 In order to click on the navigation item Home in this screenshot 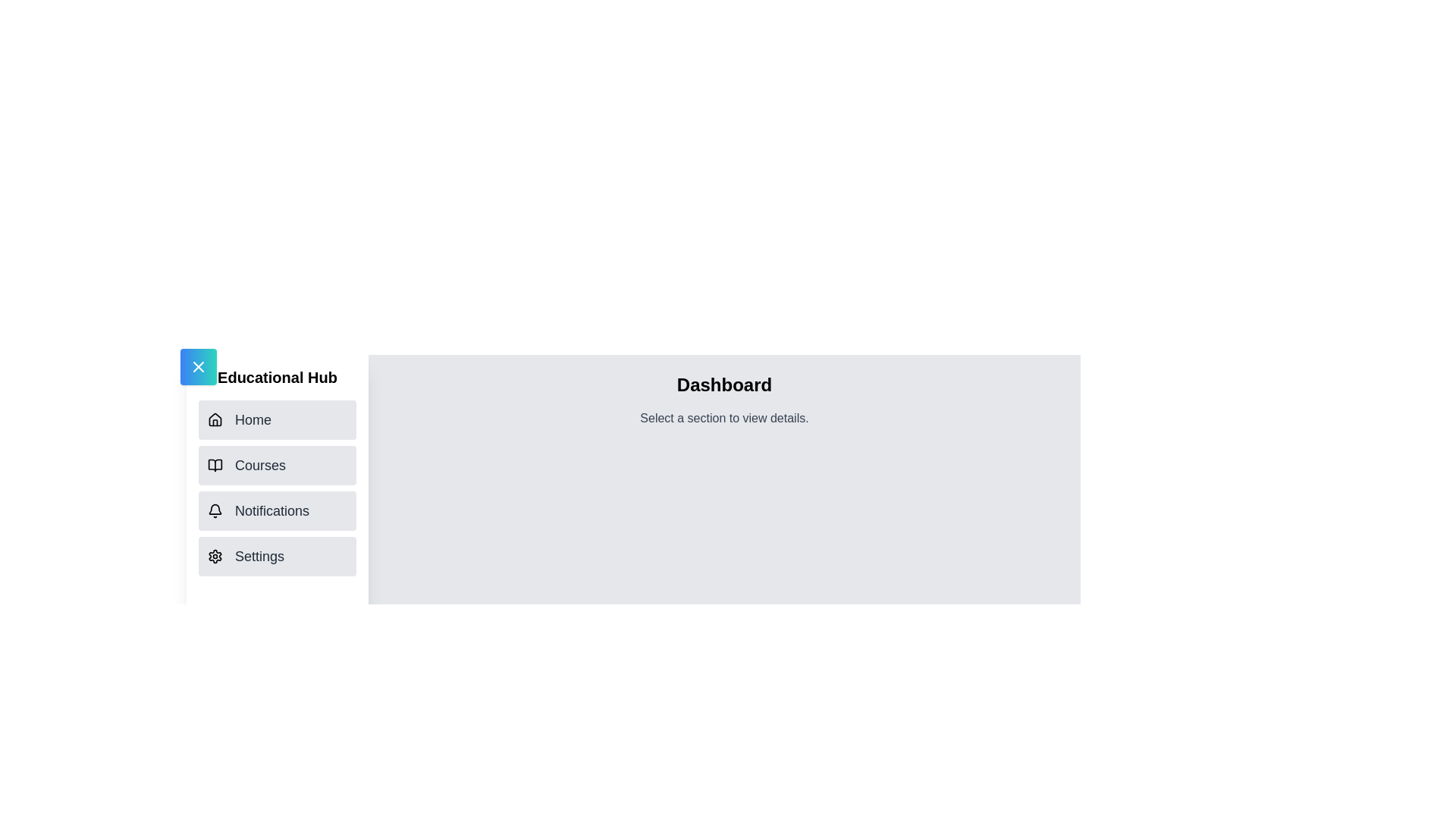, I will do `click(277, 420)`.